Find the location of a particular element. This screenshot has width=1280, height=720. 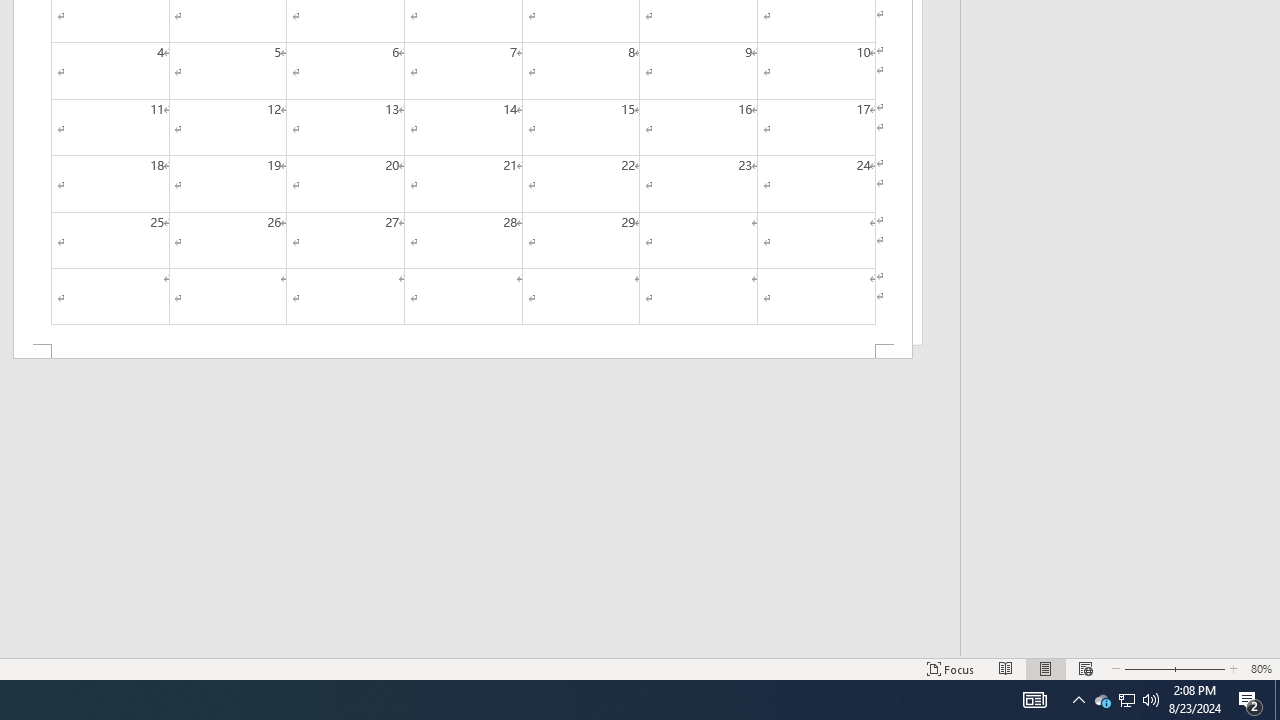

'Print Layout' is located at coordinates (1045, 669).